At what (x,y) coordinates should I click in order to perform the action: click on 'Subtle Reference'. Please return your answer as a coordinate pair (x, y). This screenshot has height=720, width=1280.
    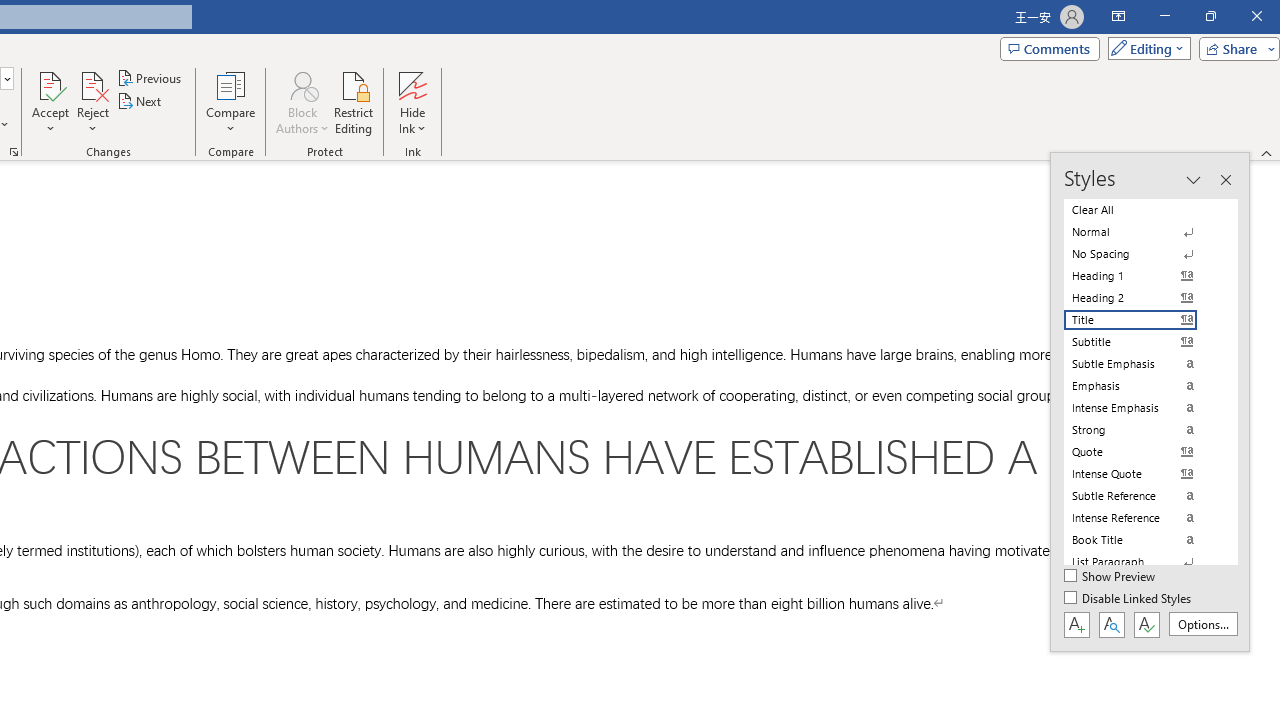
    Looking at the image, I should click on (1142, 495).